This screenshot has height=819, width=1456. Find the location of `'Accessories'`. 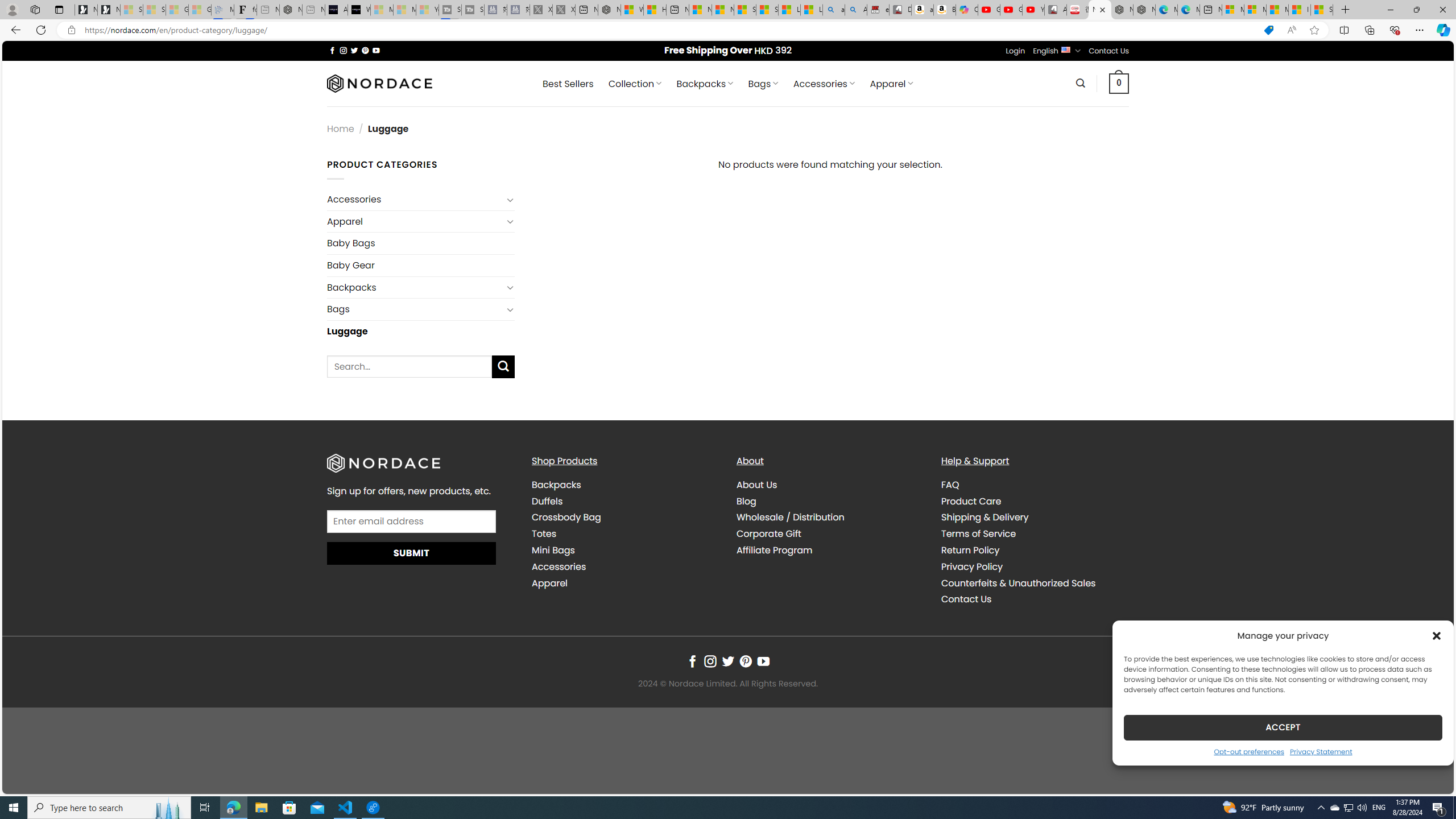

'Accessories' is located at coordinates (559, 566).